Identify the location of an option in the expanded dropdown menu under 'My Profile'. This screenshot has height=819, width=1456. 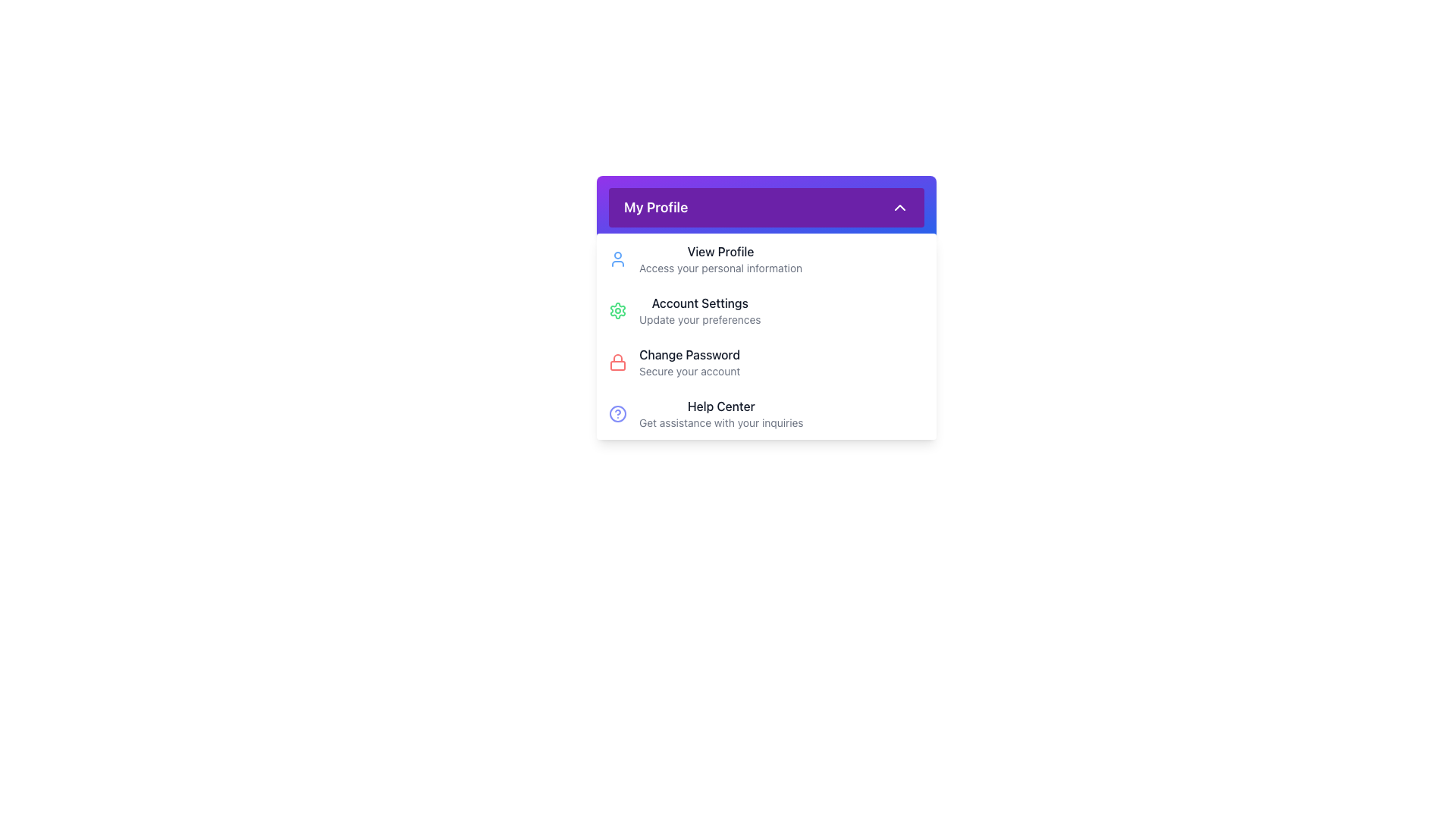
(767, 335).